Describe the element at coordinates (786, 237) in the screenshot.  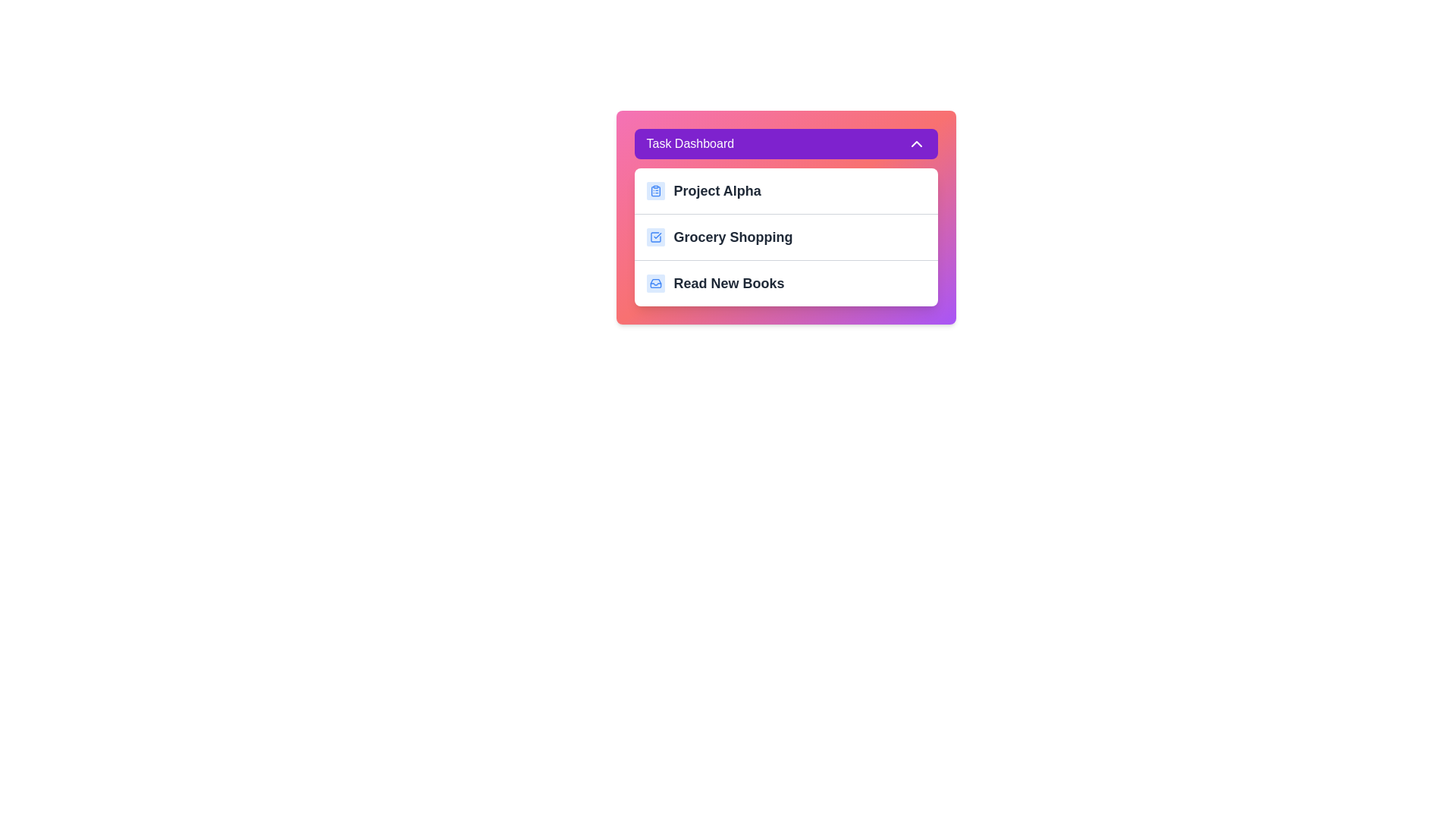
I see `on the 'Grocery Shopping' list item, which features a bold label and a blue checkmark icon` at that location.